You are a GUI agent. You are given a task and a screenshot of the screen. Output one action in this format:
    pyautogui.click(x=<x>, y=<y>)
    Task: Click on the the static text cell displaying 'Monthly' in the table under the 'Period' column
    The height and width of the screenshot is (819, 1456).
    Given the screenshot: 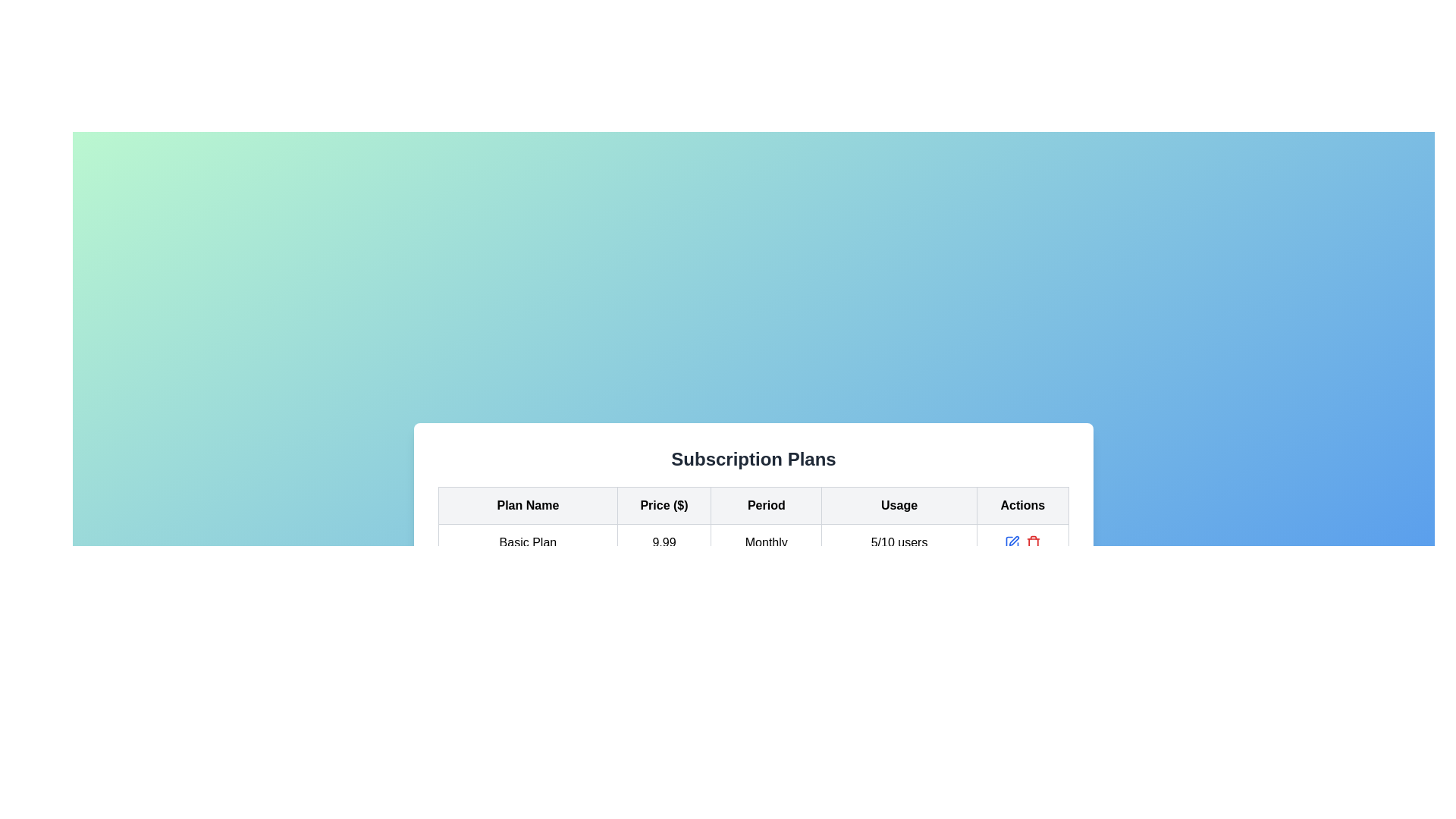 What is the action you would take?
    pyautogui.click(x=766, y=541)
    